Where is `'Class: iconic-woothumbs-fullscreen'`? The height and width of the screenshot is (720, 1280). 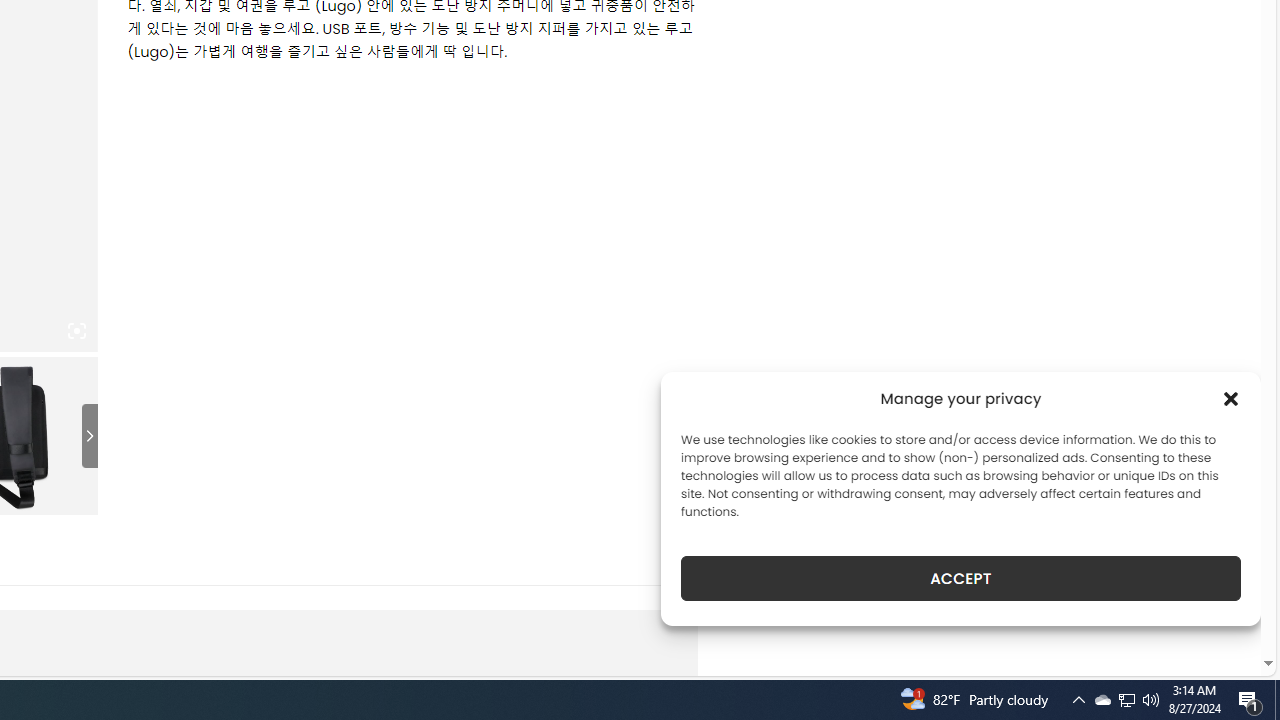 'Class: iconic-woothumbs-fullscreen' is located at coordinates (76, 330).